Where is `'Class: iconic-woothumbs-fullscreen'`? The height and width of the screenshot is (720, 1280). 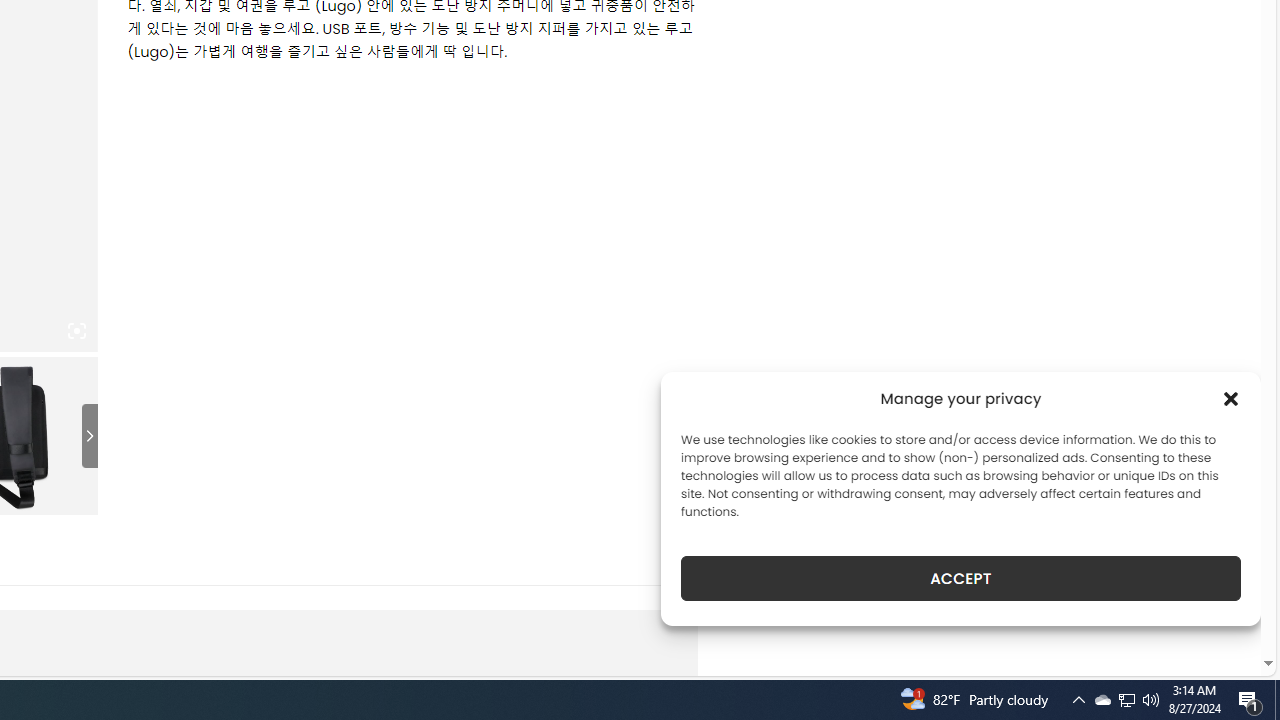 'Class: iconic-woothumbs-fullscreen' is located at coordinates (76, 330).